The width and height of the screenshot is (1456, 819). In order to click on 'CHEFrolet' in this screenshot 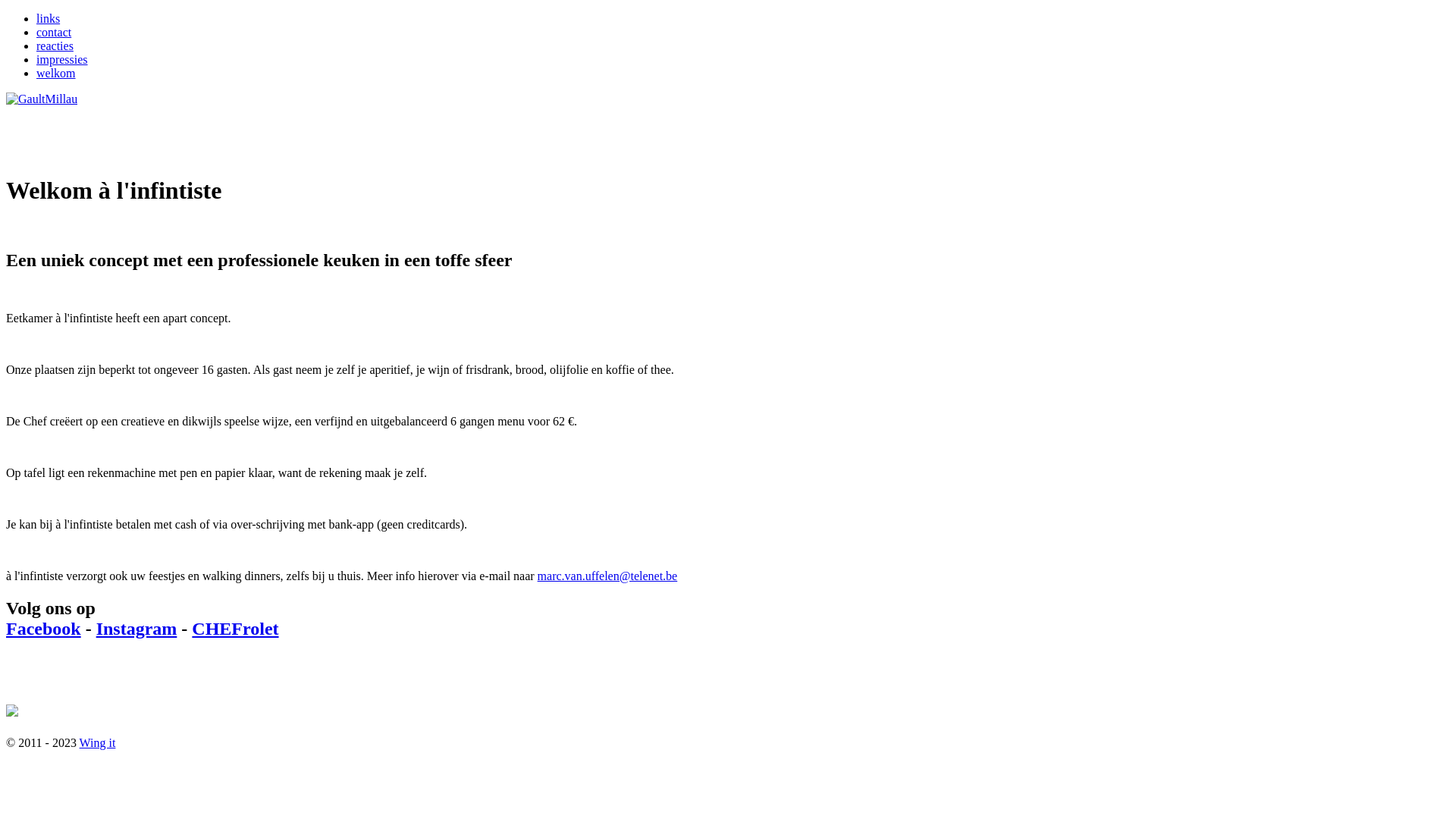, I will do `click(234, 629)`.